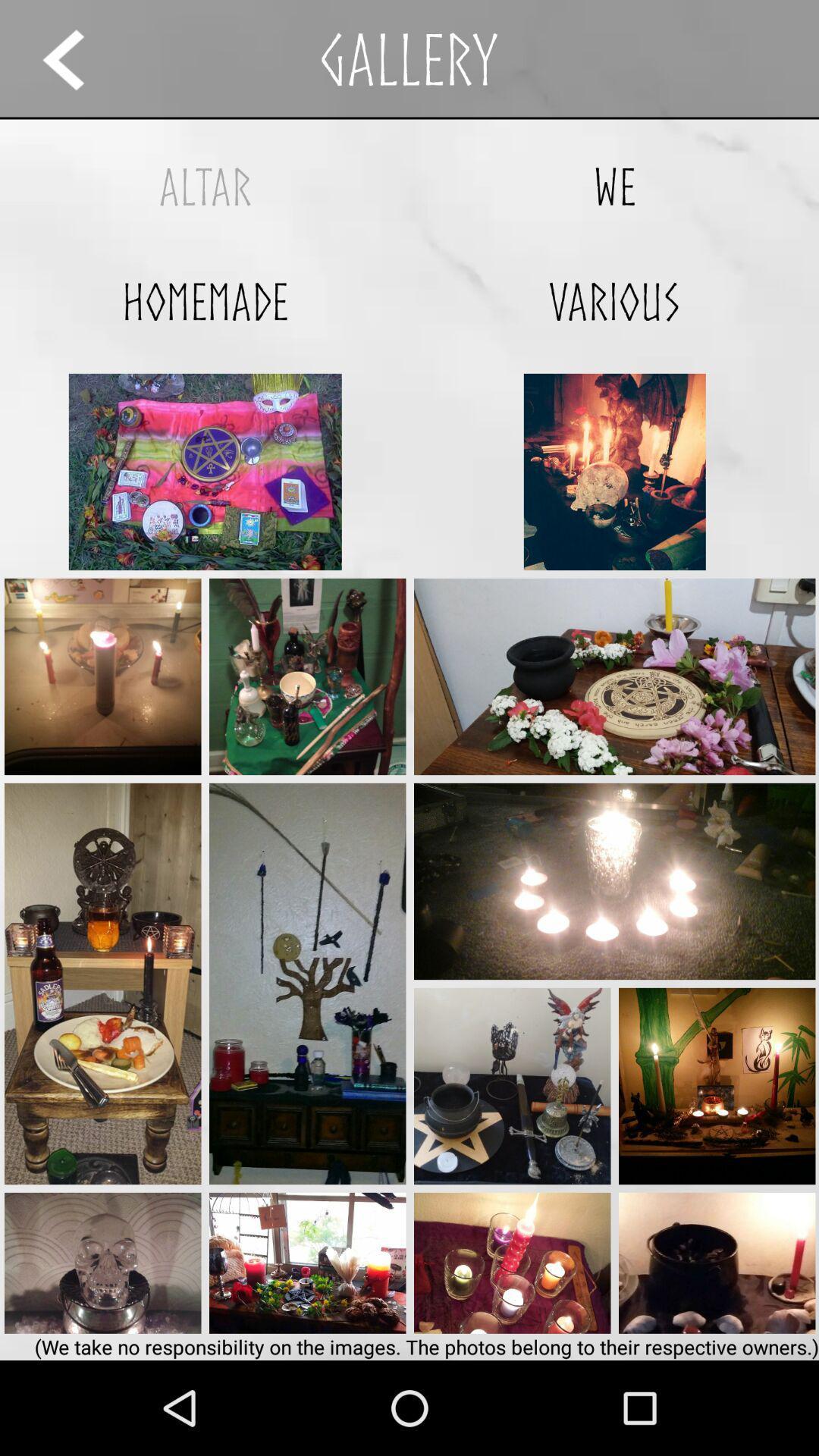 The height and width of the screenshot is (1456, 819). Describe the element at coordinates (205, 301) in the screenshot. I see `item next to the various item` at that location.